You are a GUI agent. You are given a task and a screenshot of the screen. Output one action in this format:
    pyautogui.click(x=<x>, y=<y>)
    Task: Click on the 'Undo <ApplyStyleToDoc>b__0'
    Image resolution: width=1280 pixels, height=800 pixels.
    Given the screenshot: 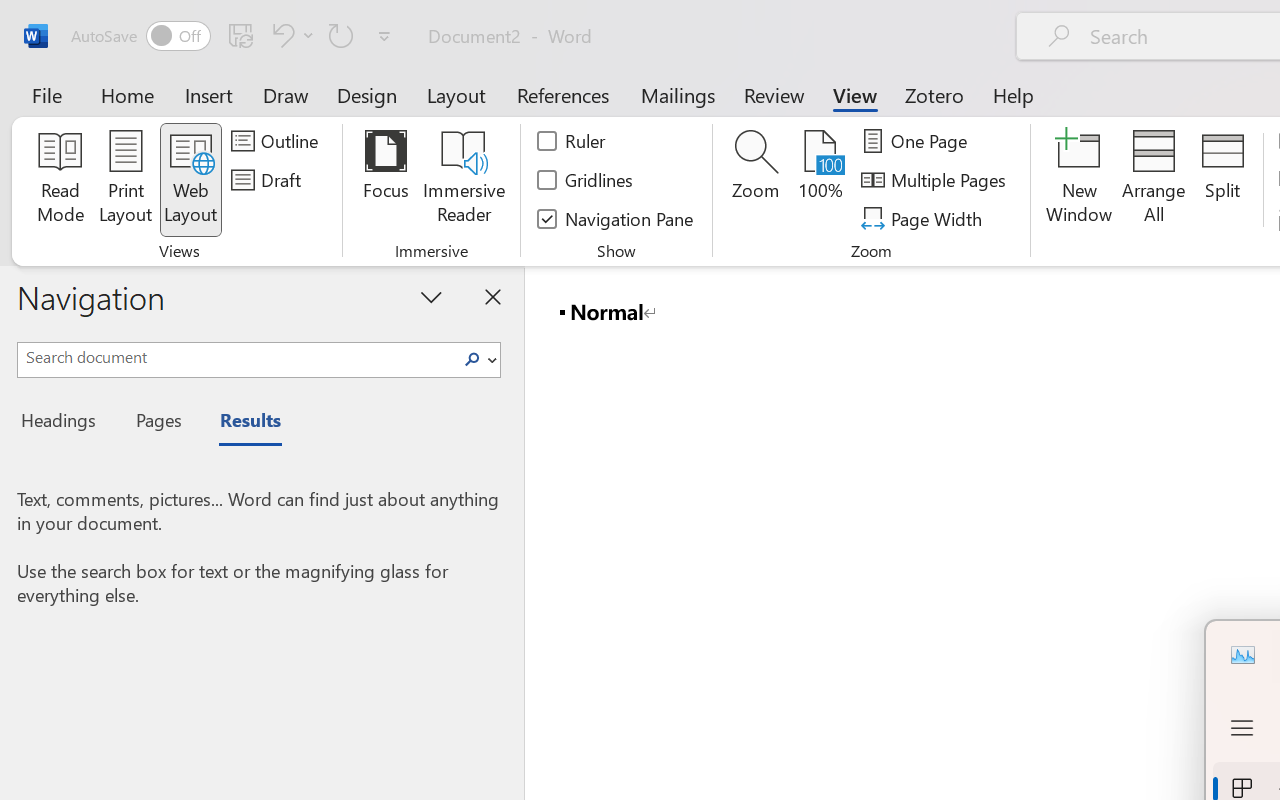 What is the action you would take?
    pyautogui.click(x=289, y=34)
    